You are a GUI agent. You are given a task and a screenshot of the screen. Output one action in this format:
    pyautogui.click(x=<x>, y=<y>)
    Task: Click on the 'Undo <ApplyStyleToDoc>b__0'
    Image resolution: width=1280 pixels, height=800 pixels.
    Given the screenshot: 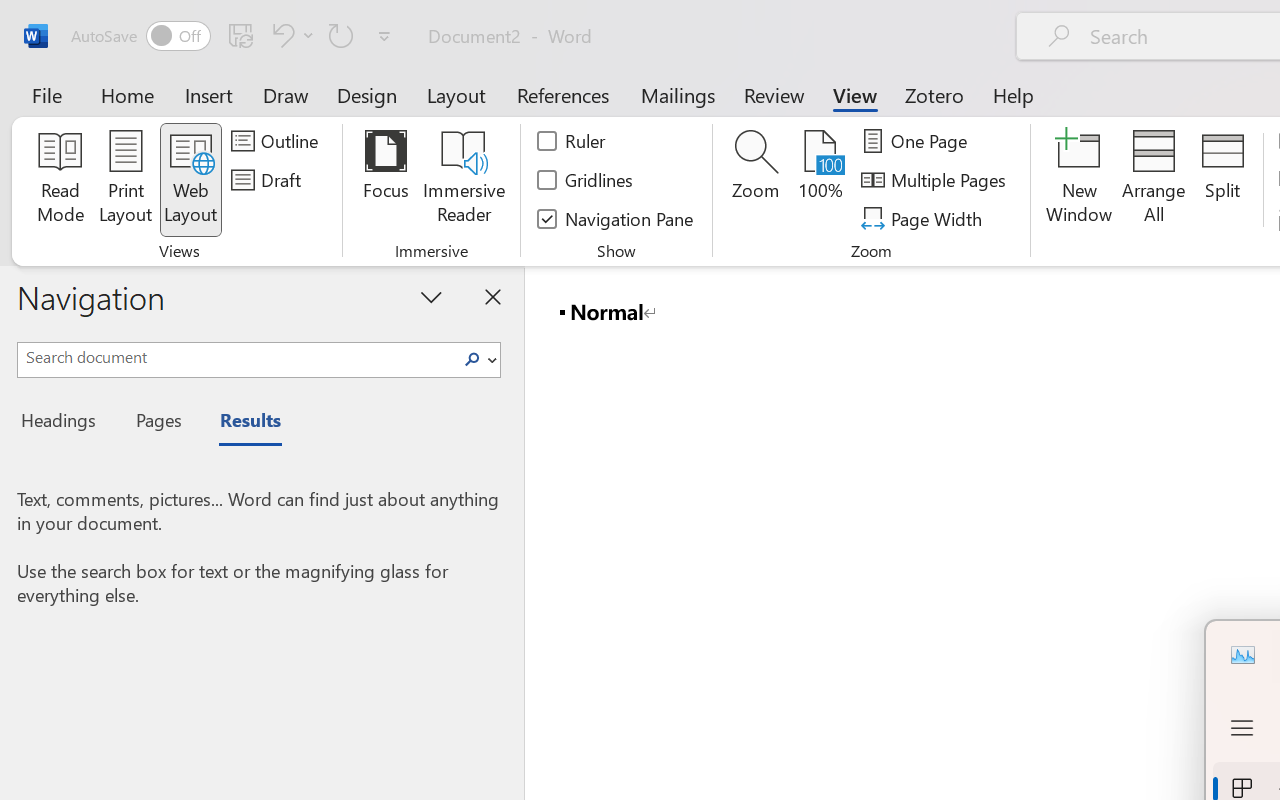 What is the action you would take?
    pyautogui.click(x=289, y=34)
    